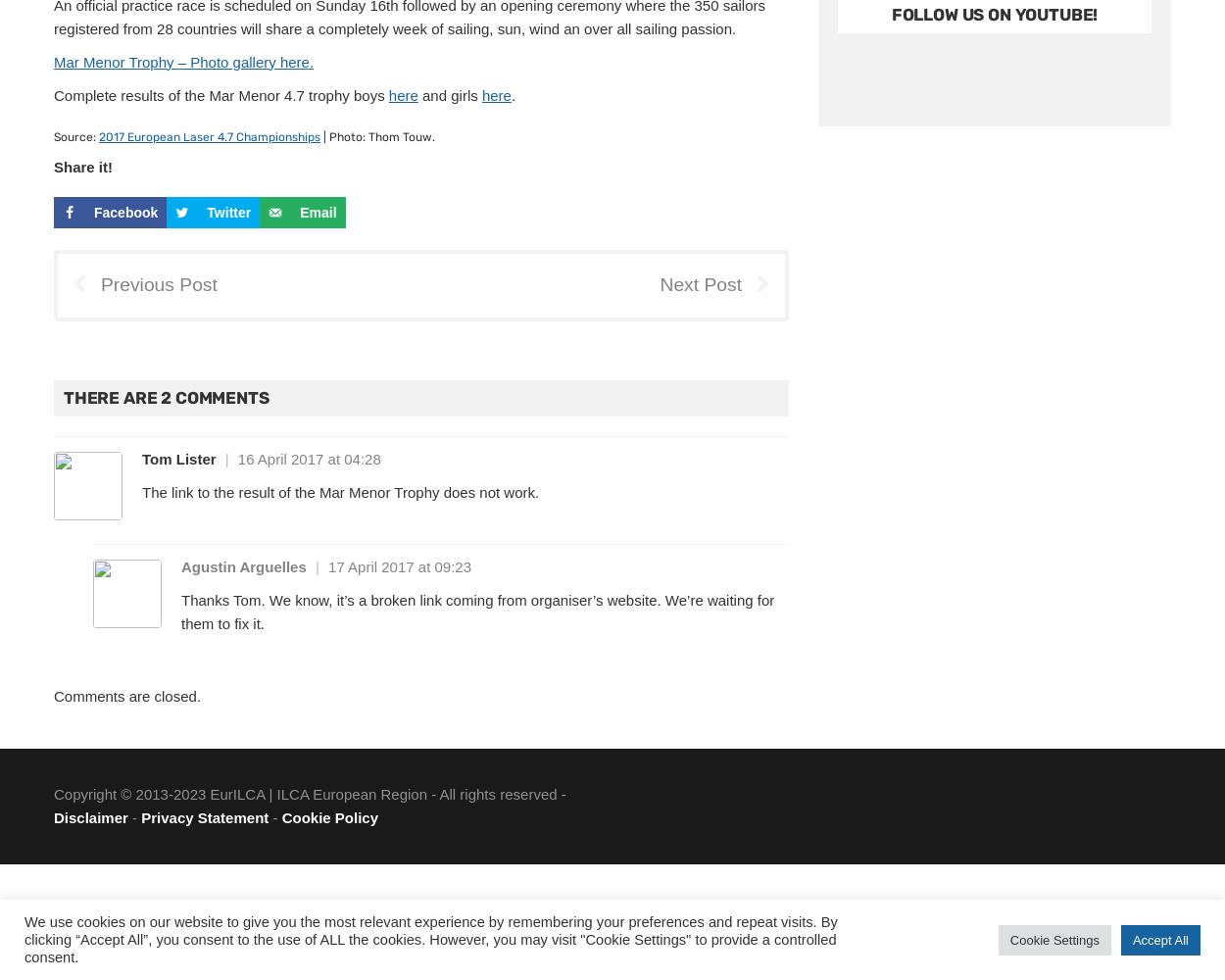 This screenshot has height=980, width=1225. I want to click on '.', so click(513, 93).